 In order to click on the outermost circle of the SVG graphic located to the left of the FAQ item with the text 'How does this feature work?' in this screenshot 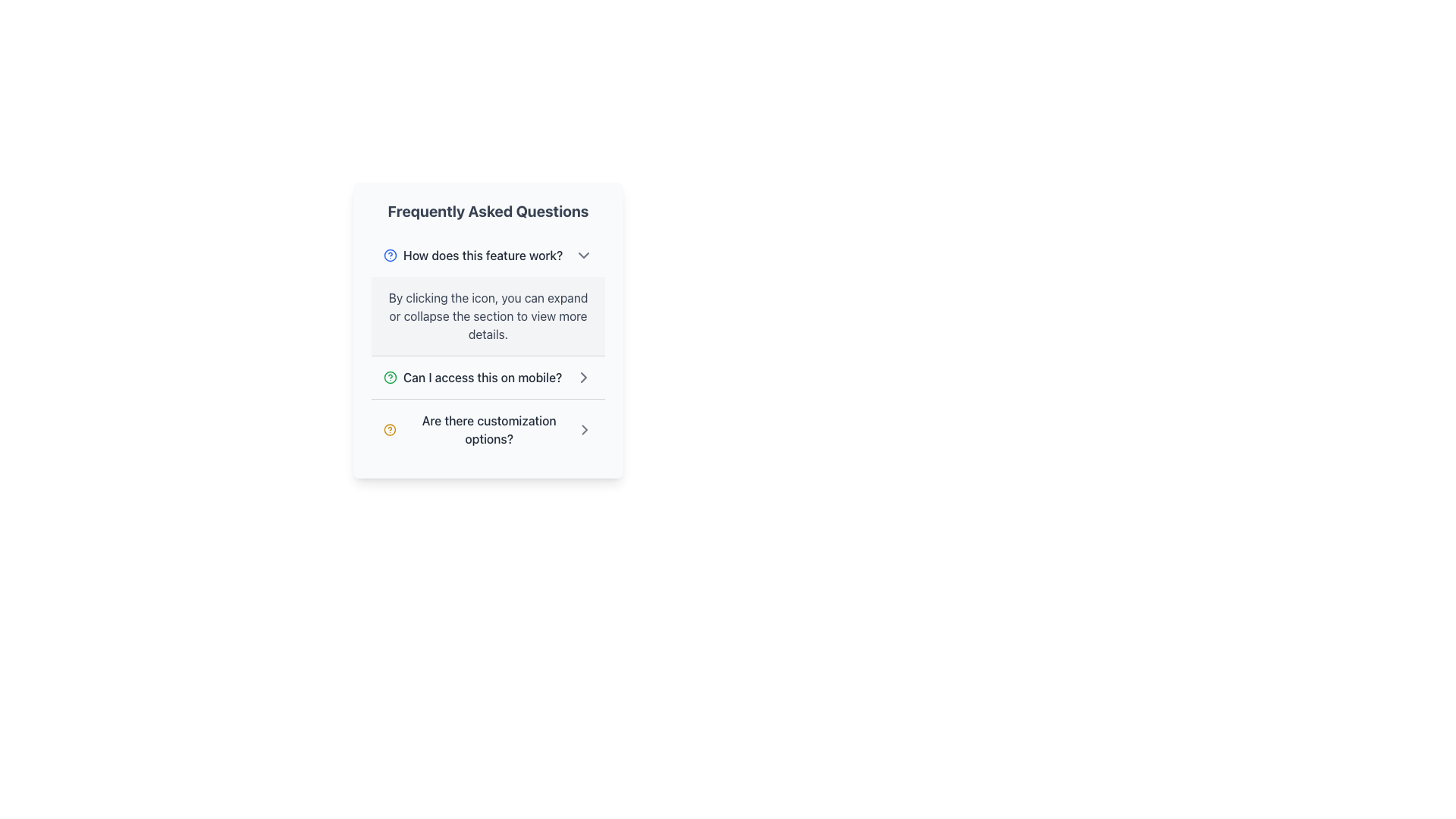, I will do `click(390, 376)`.